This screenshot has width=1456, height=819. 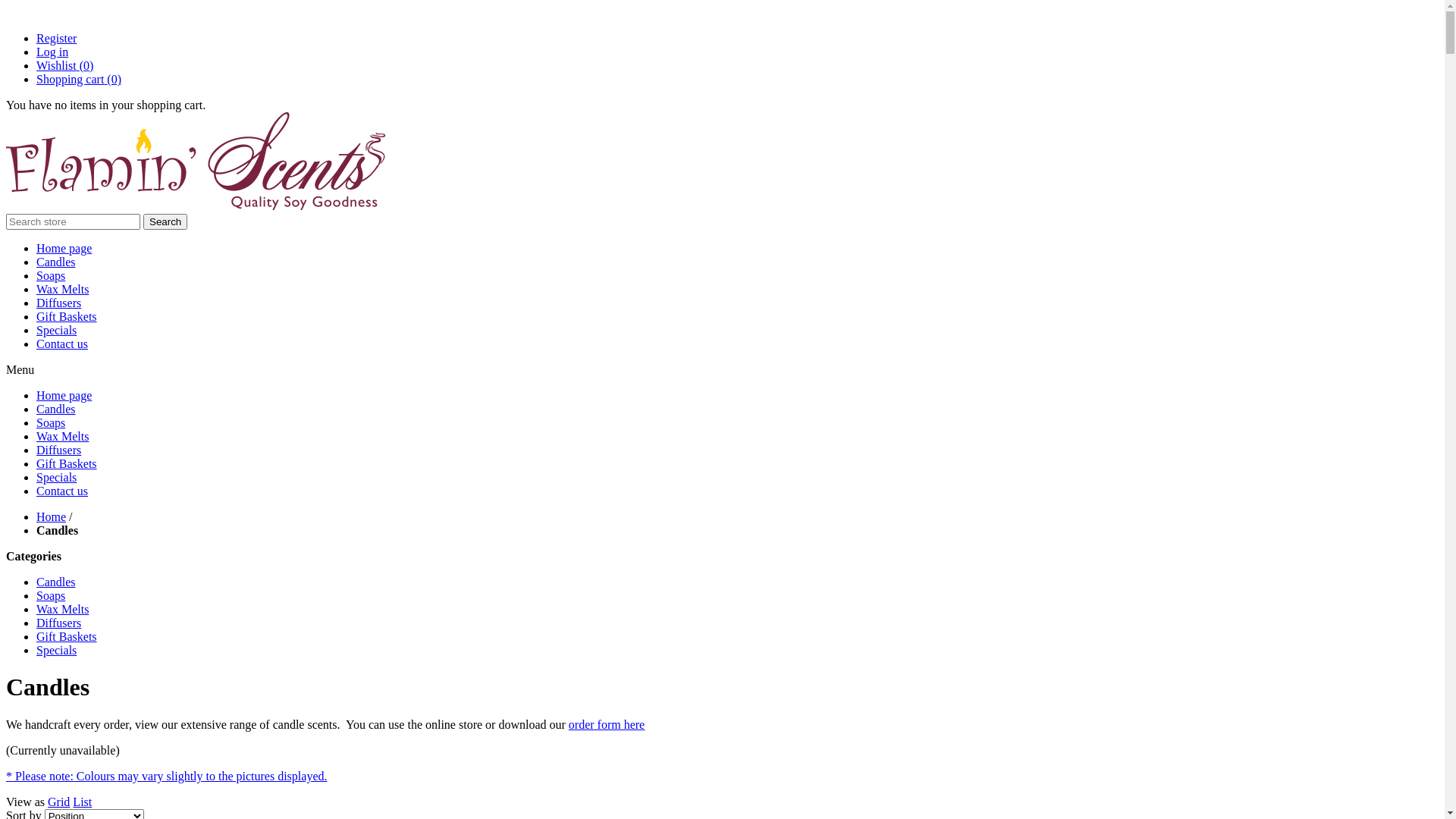 What do you see at coordinates (36, 79) in the screenshot?
I see `'Shopping cart (0)'` at bounding box center [36, 79].